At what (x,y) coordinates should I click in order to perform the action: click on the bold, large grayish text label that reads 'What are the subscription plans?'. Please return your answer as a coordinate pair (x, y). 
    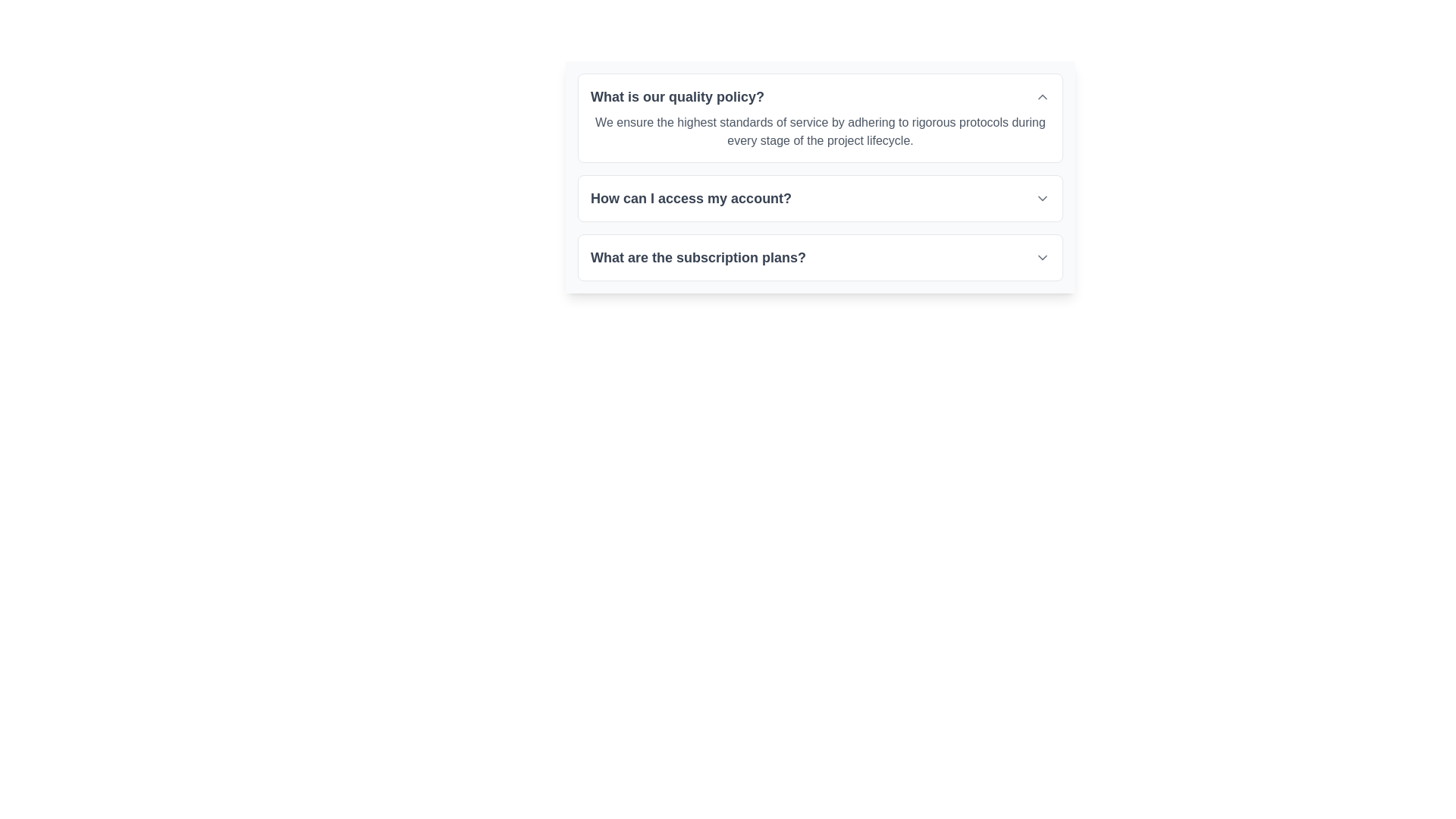
    Looking at the image, I should click on (698, 256).